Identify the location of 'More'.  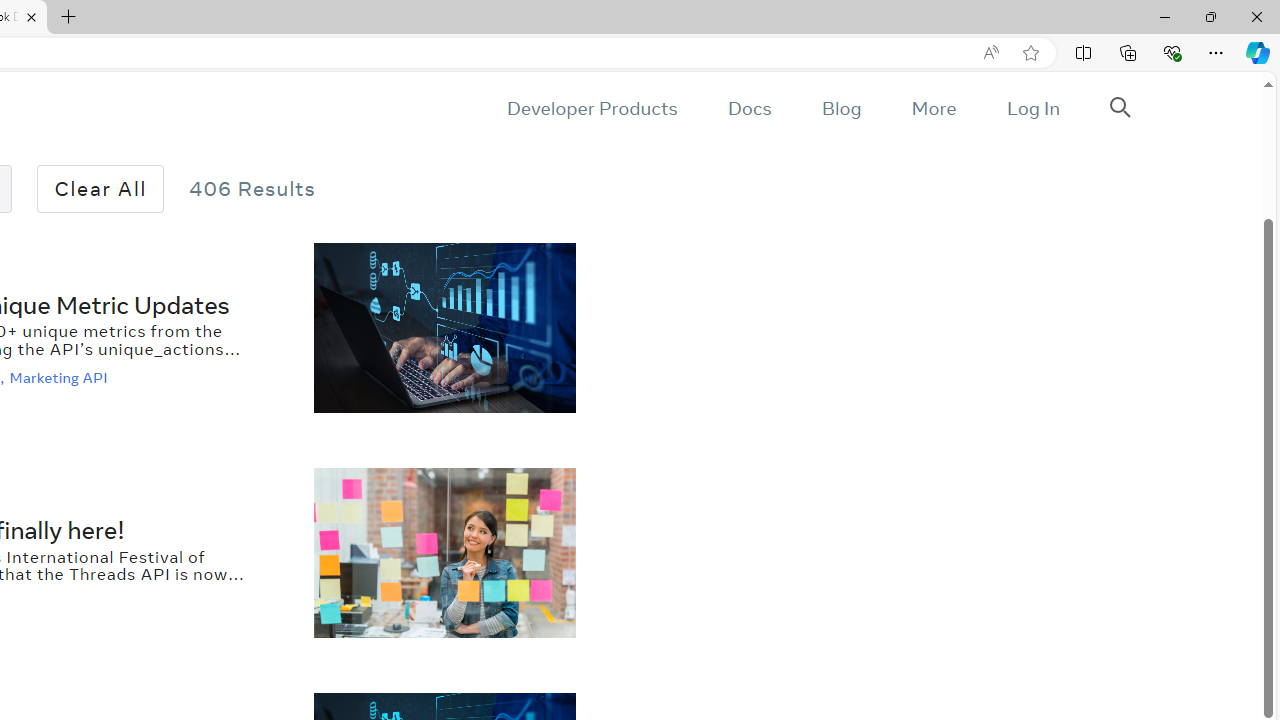
(932, 108).